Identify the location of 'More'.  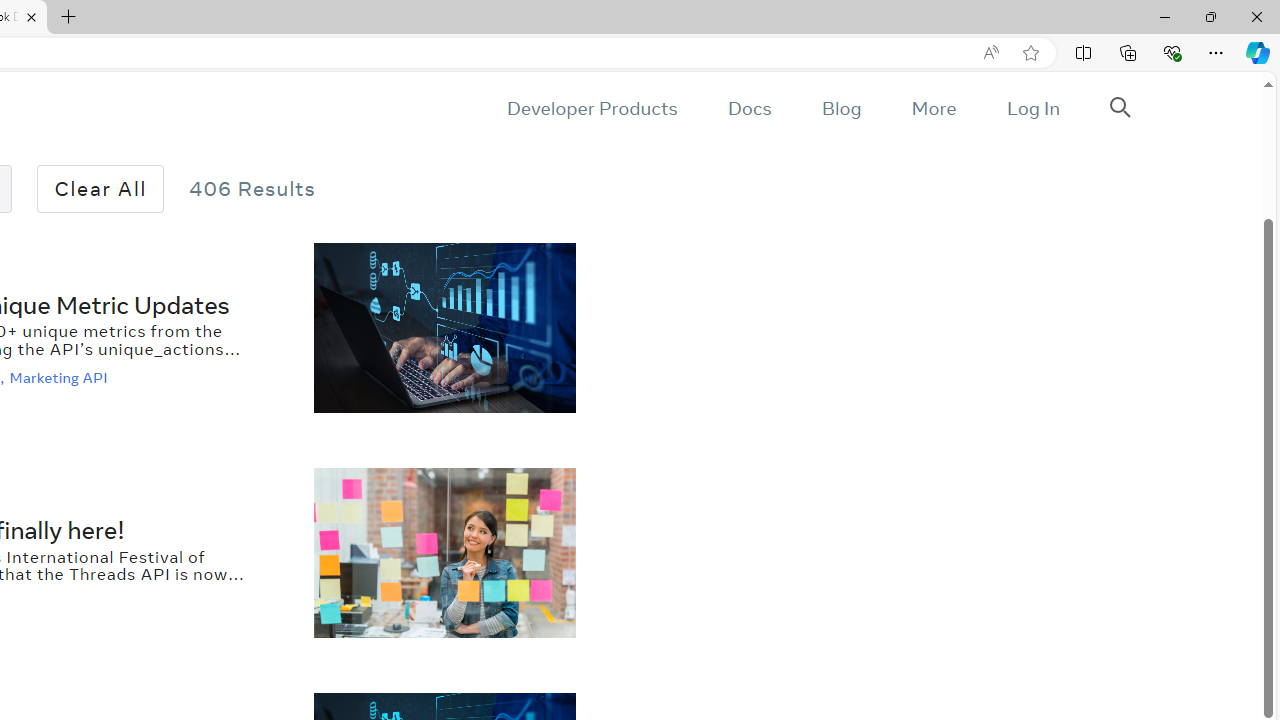
(932, 108).